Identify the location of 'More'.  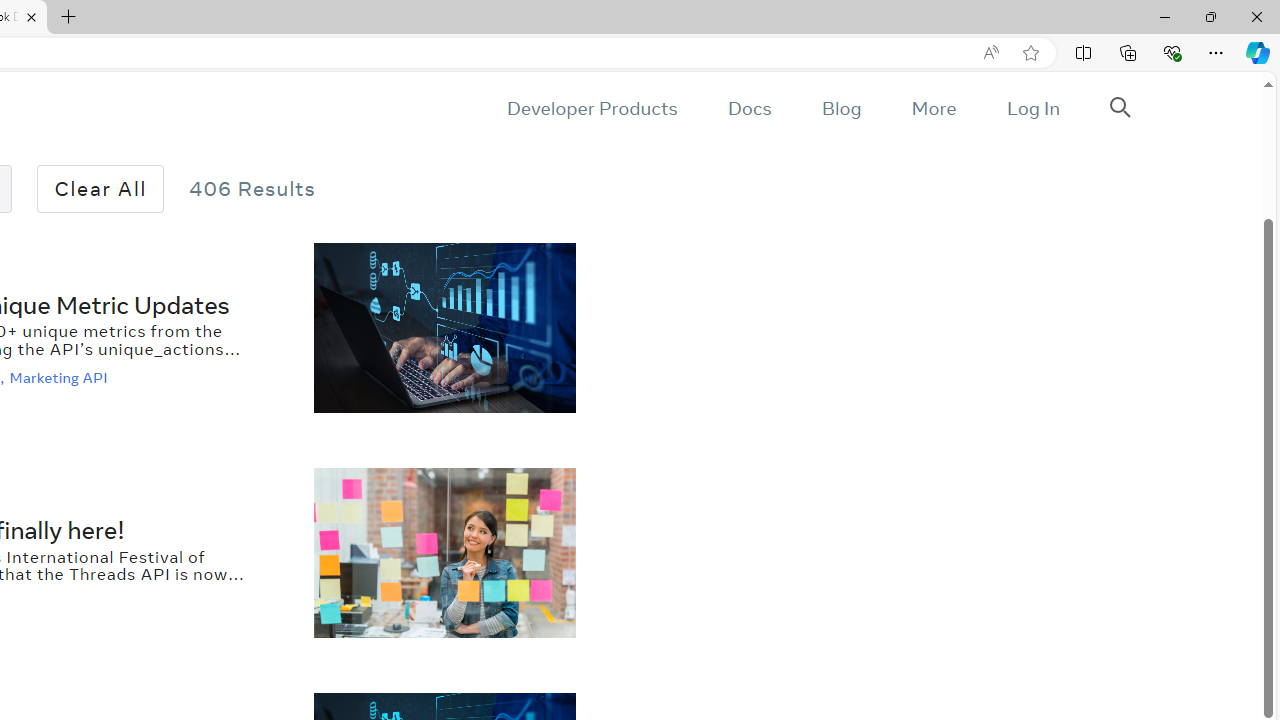
(932, 108).